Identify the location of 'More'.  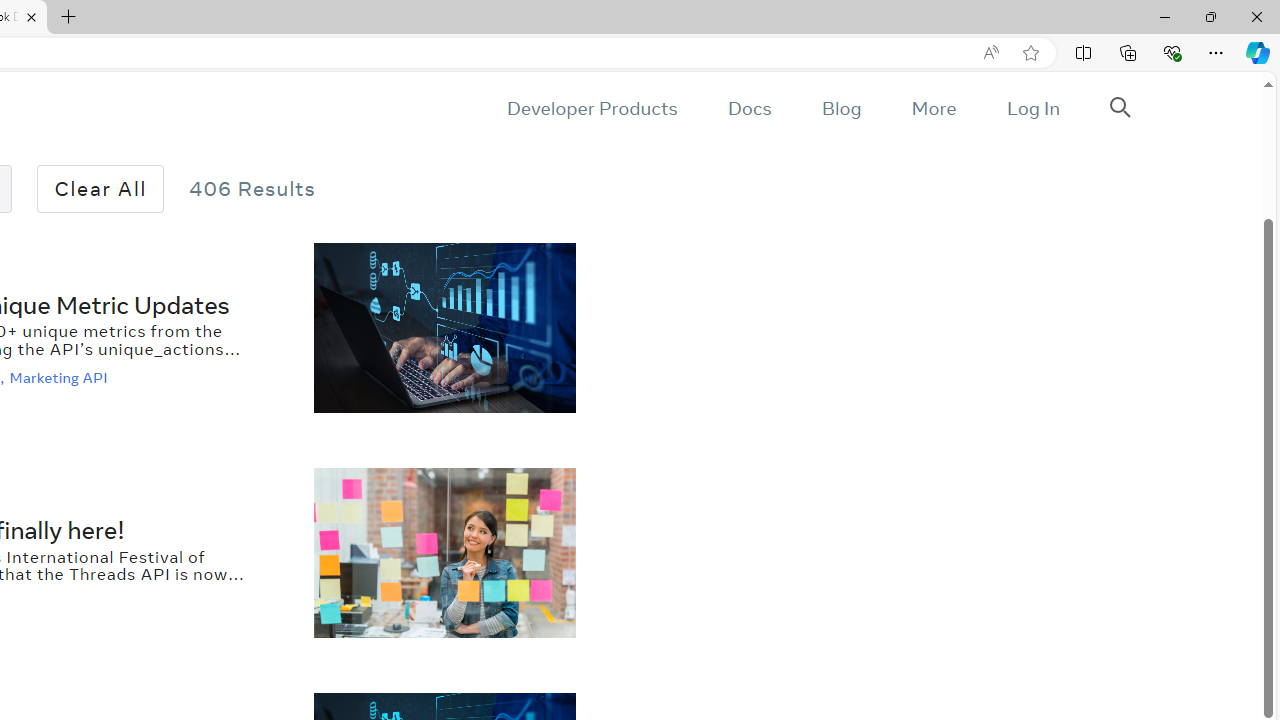
(932, 108).